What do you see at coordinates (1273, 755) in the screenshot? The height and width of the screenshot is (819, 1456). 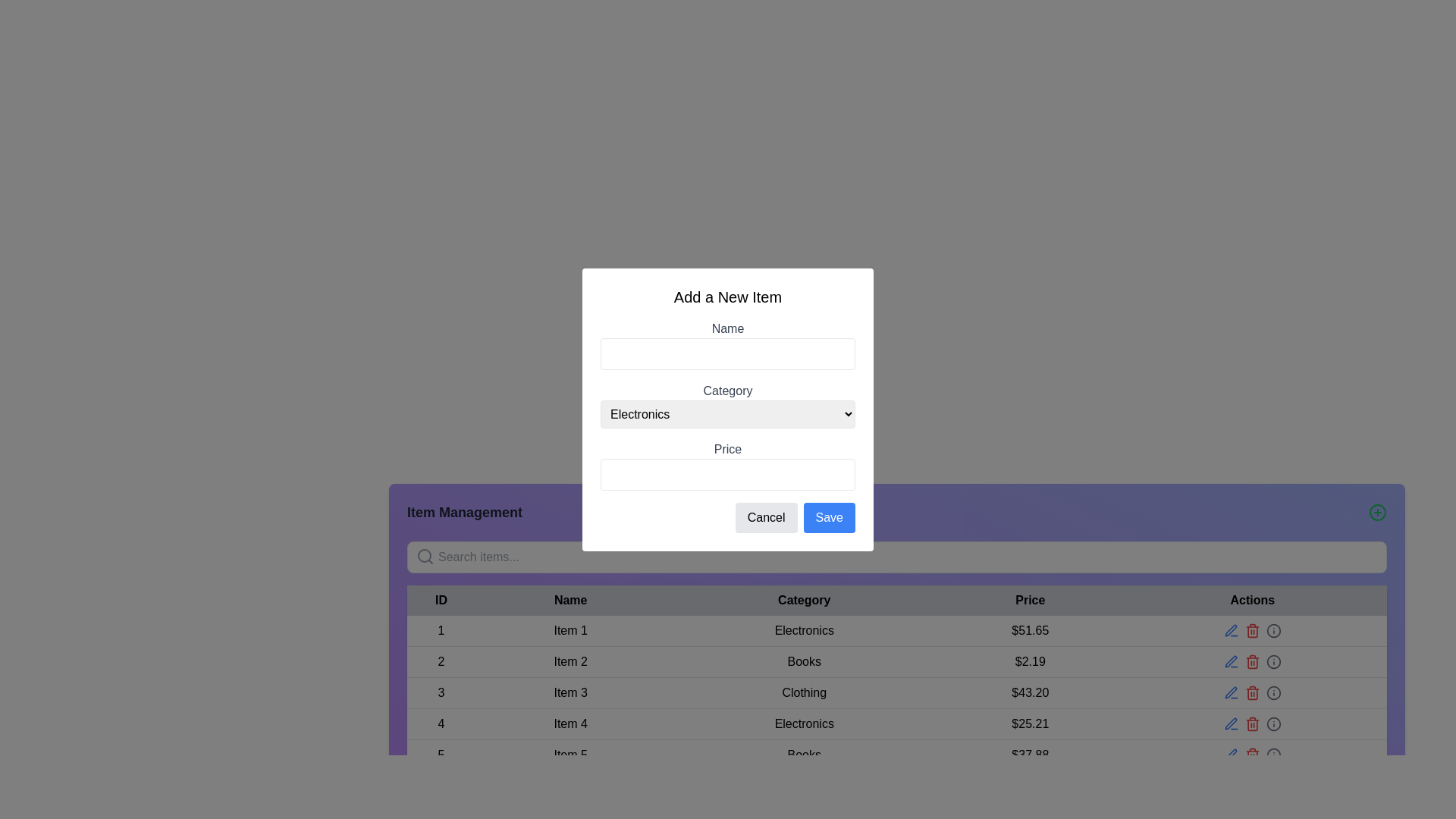 I see `the SVG-based information indicator icon in the 'Actions' column, located in the fifth row of the table under the 'Item Management' section` at bounding box center [1273, 755].